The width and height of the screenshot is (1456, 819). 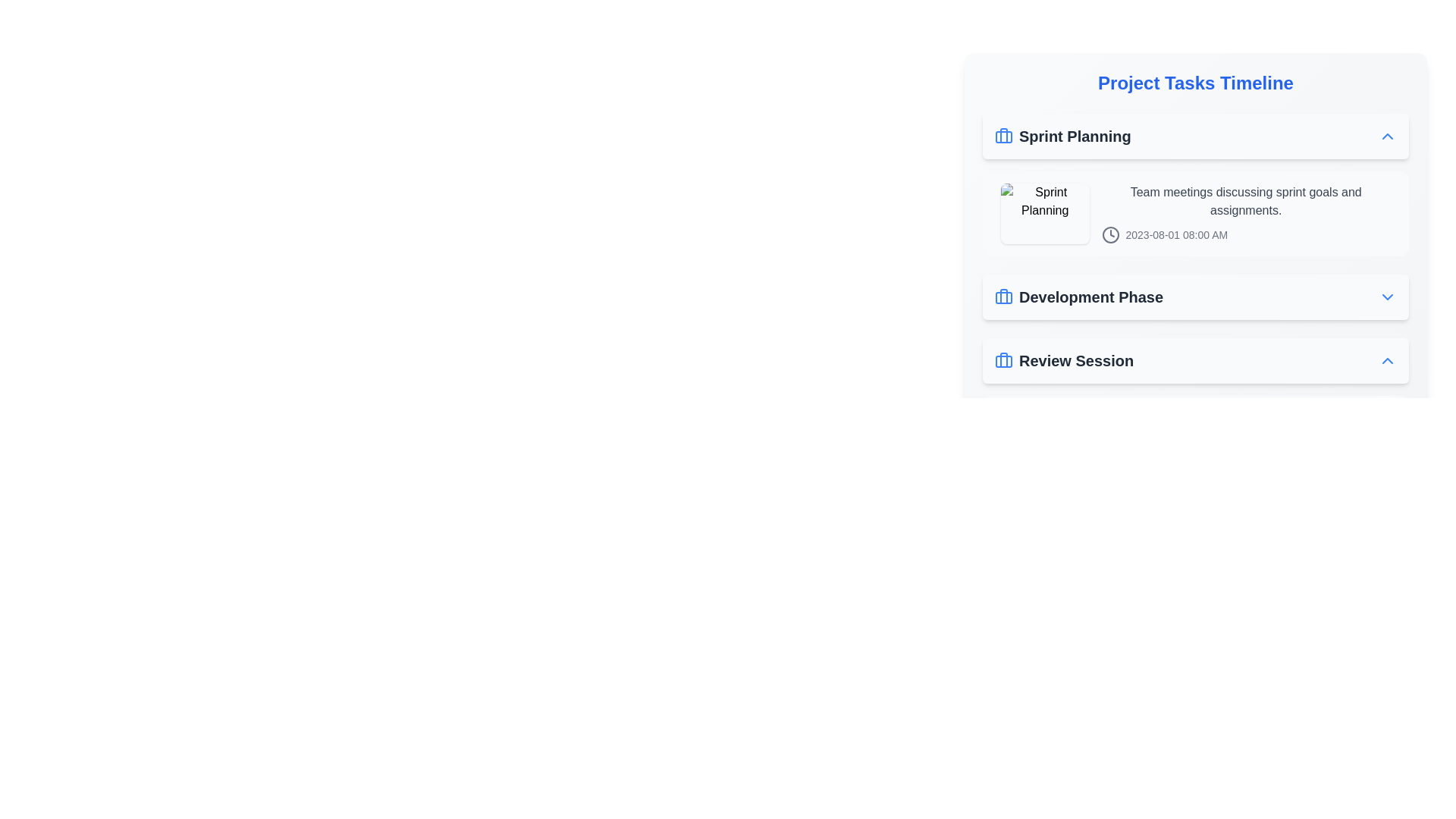 I want to click on the blue outlined briefcase icon located at the leftmost side of the 'Sprint Planning' section, preceding the text 'Sprint Planning', so click(x=1004, y=136).